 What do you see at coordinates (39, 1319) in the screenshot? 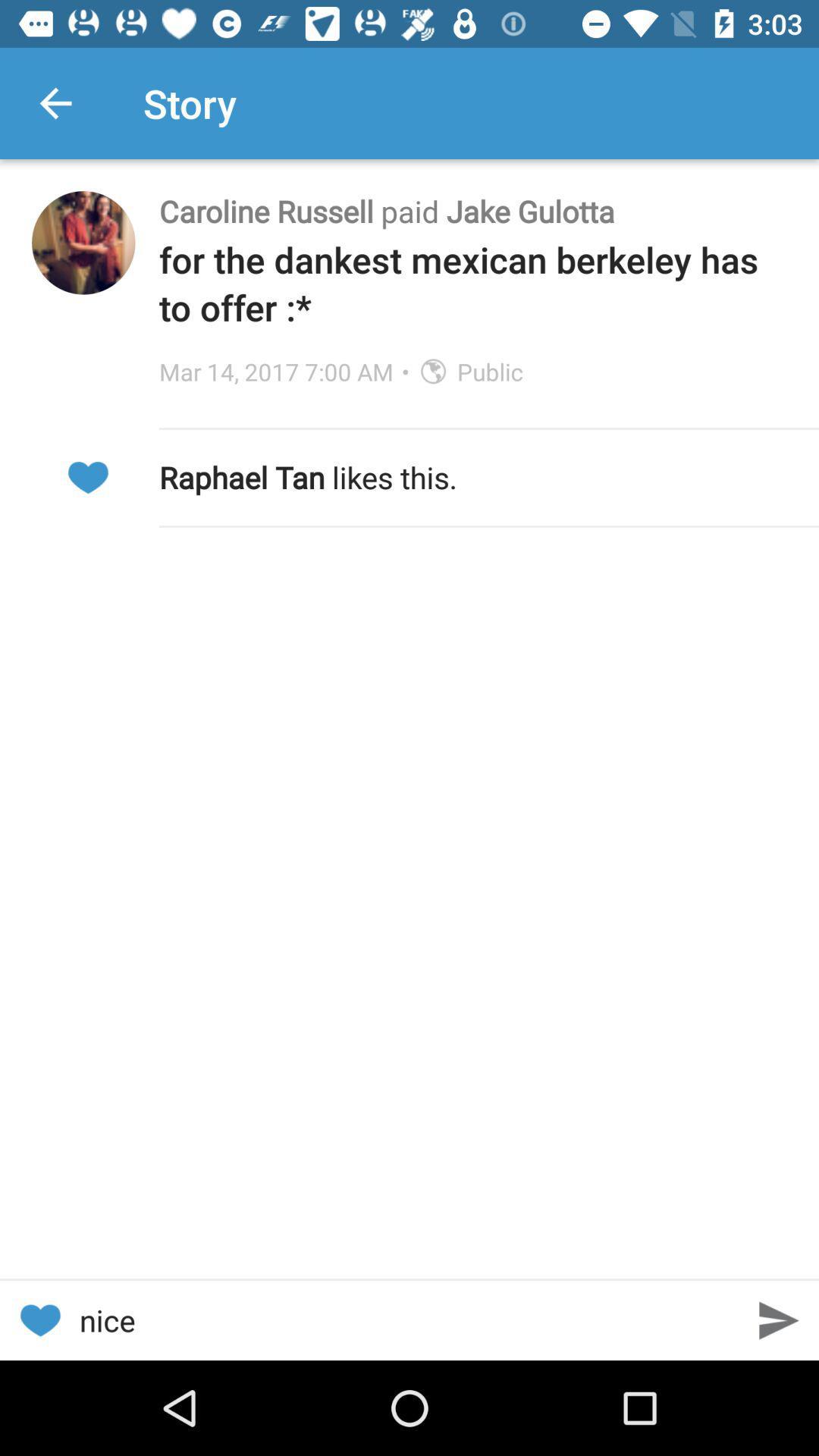
I see `the favorite icon` at bounding box center [39, 1319].